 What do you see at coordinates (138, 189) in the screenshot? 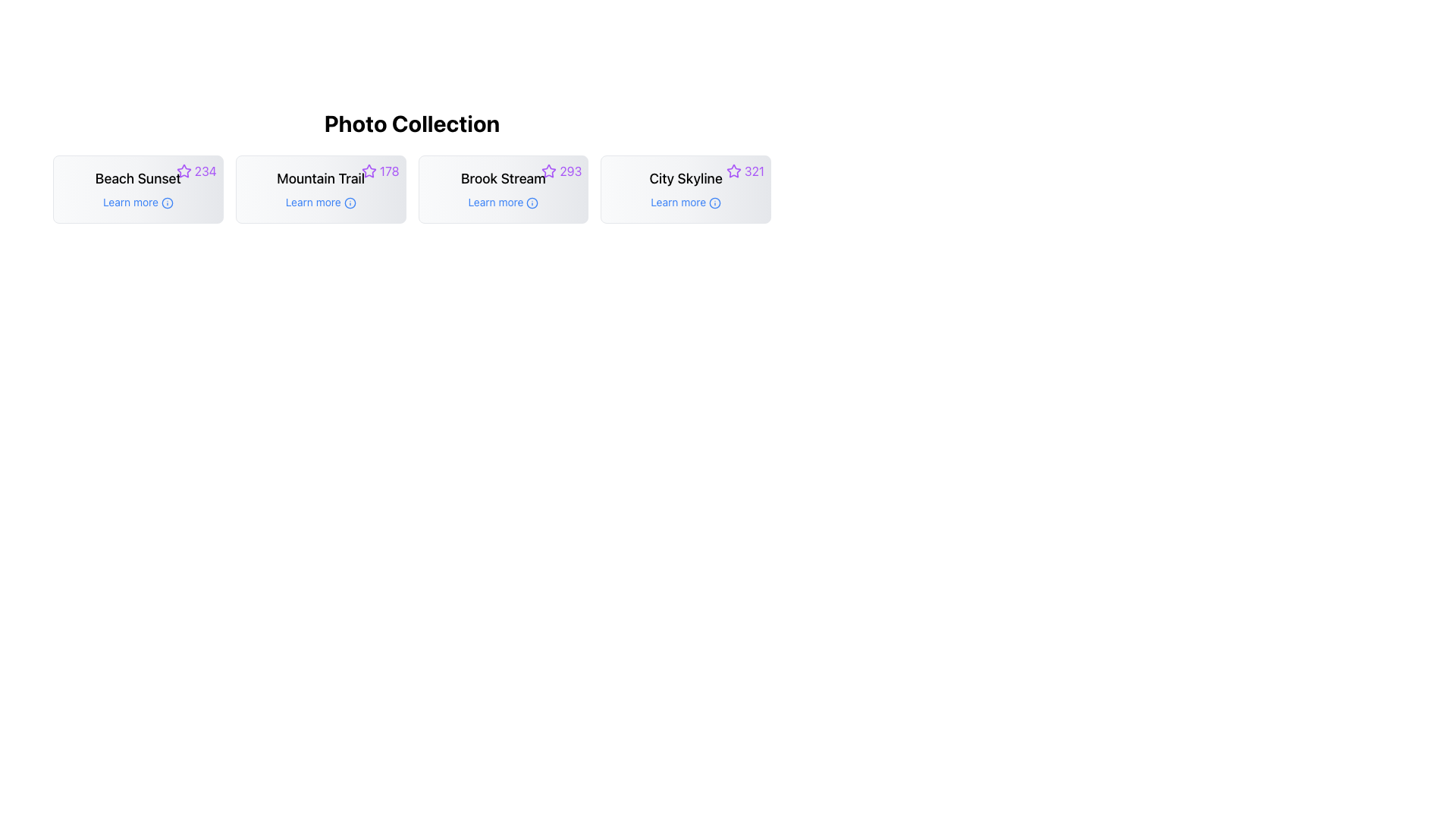
I see `the 'Beach Sunset' card element which includes a heading and a 'Learn more' hyperlink, positioned as the leftmost card in the 'Photo Collection'` at bounding box center [138, 189].